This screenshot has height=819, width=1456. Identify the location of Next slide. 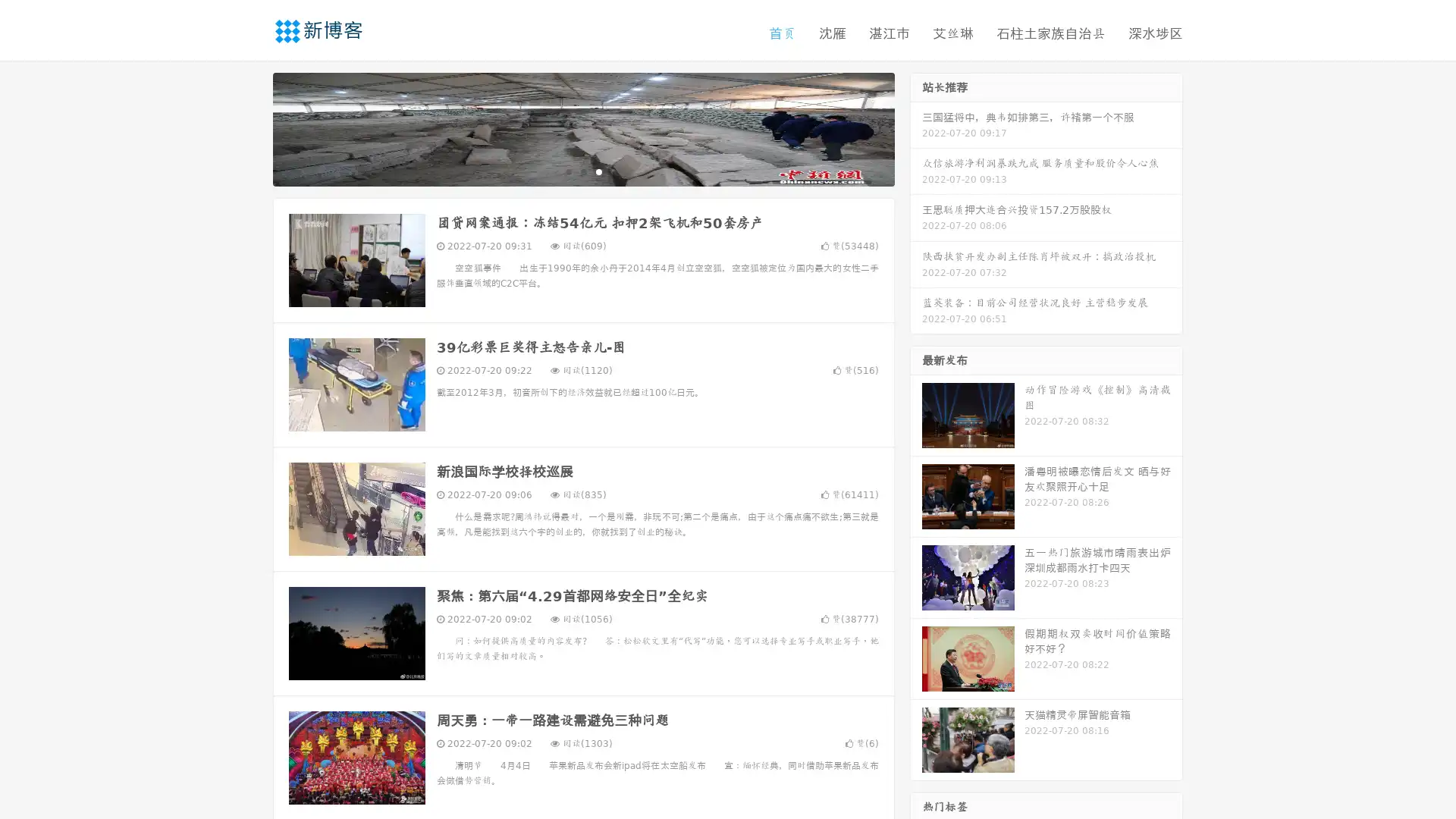
(916, 127).